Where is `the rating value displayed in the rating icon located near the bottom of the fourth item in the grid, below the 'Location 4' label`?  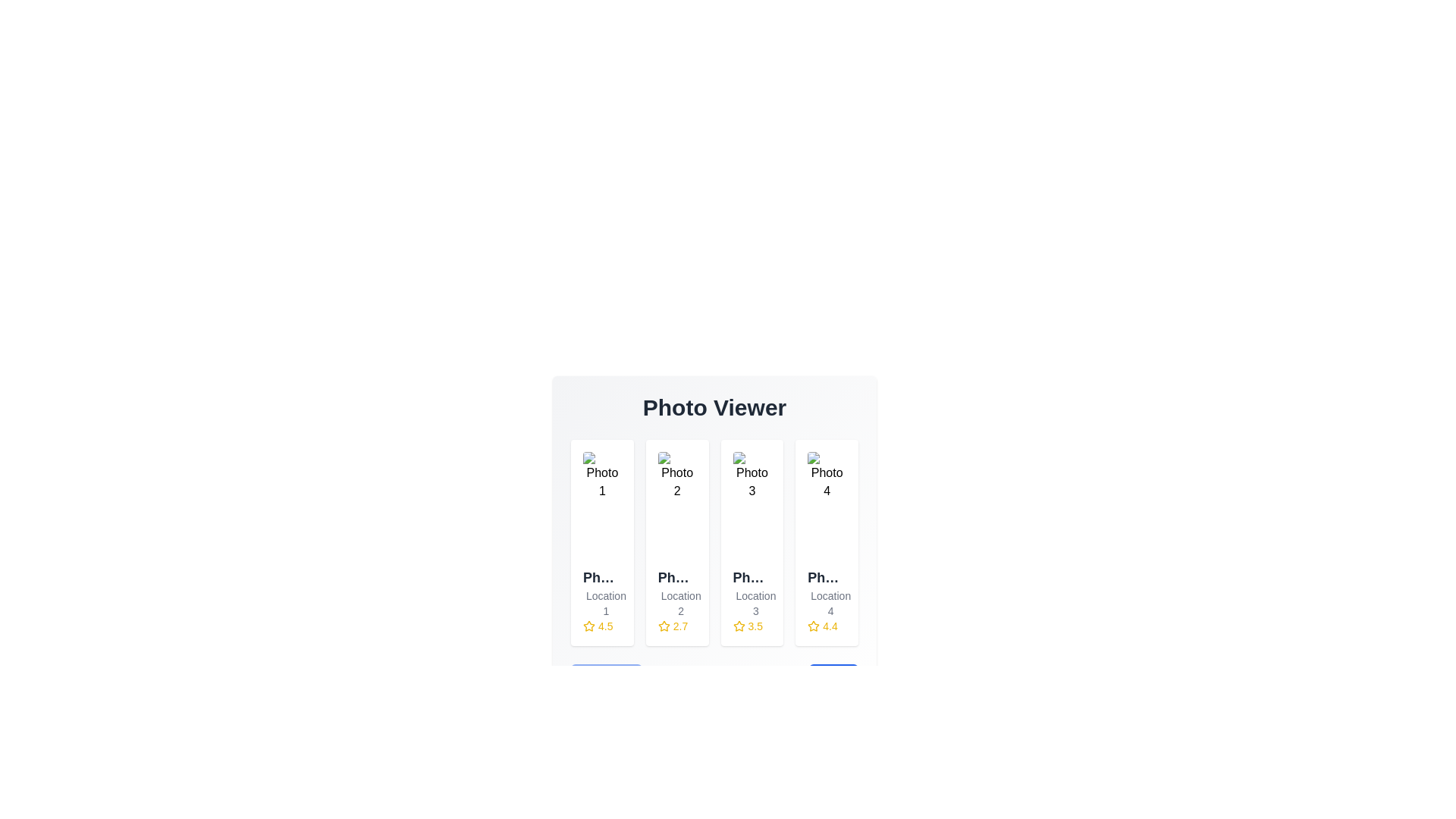 the rating value displayed in the rating icon located near the bottom of the fourth item in the grid, below the 'Location 4' label is located at coordinates (826, 626).